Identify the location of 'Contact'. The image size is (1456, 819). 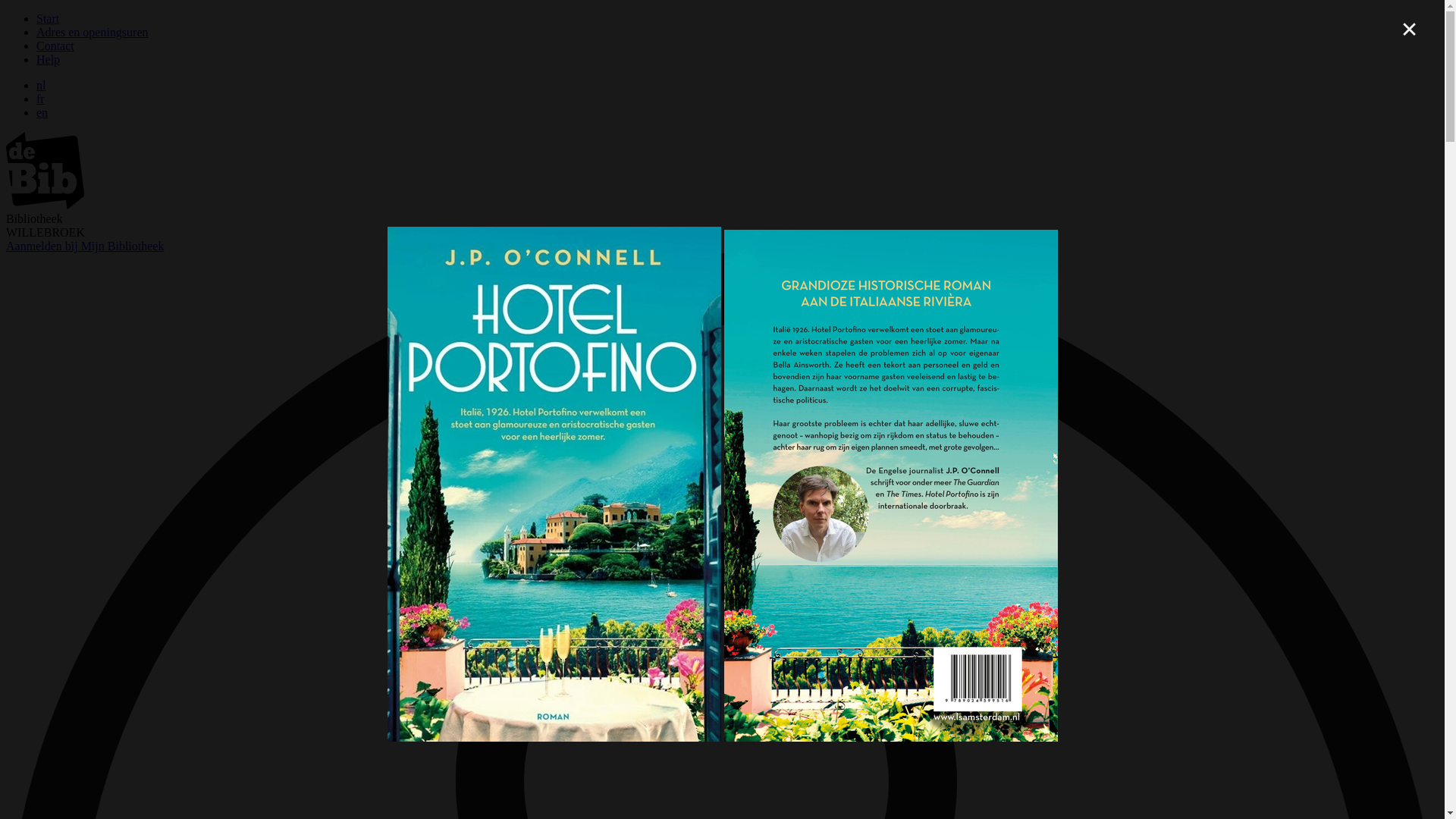
(36, 45).